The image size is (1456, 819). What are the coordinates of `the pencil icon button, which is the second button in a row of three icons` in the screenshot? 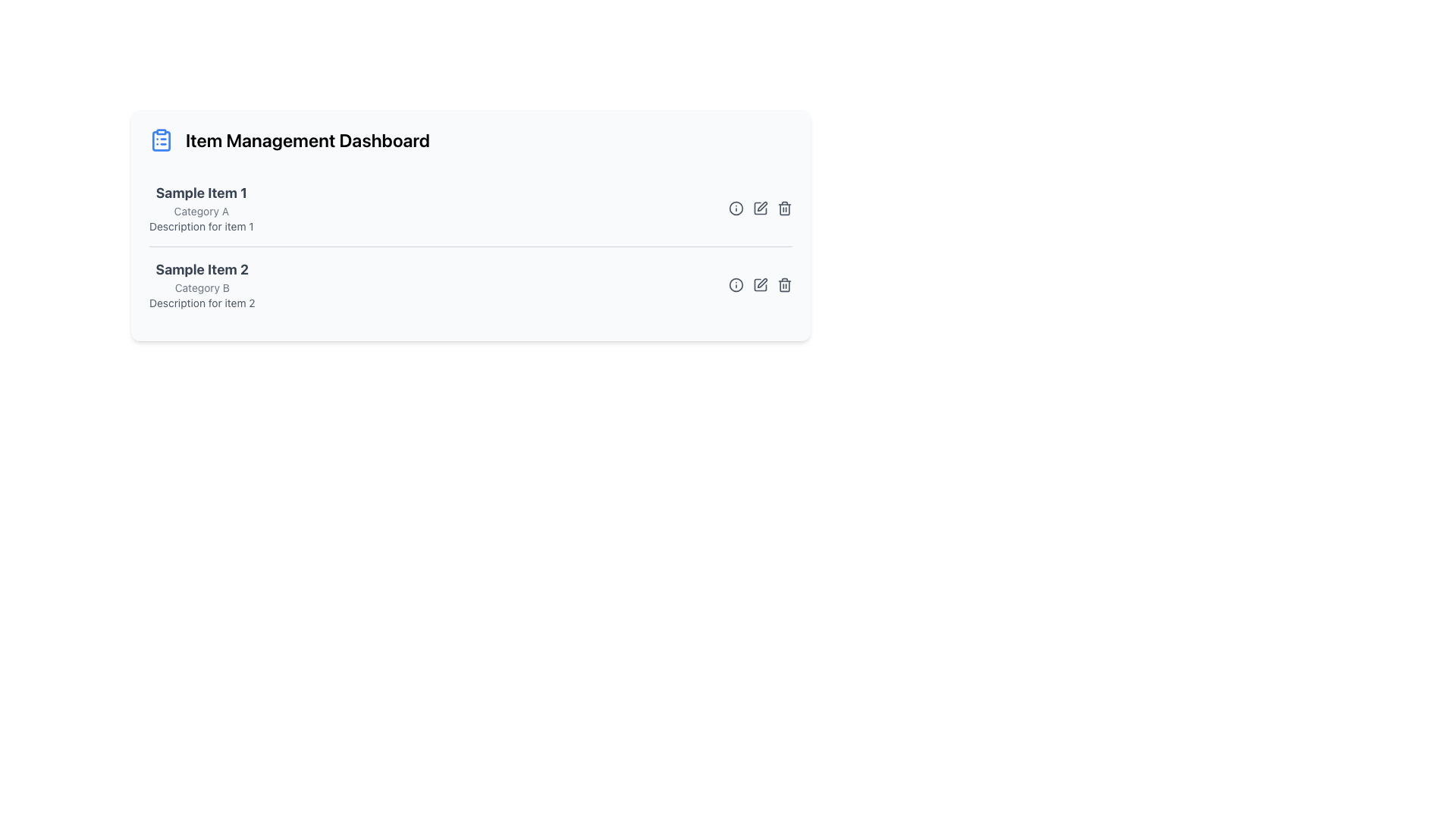 It's located at (761, 208).